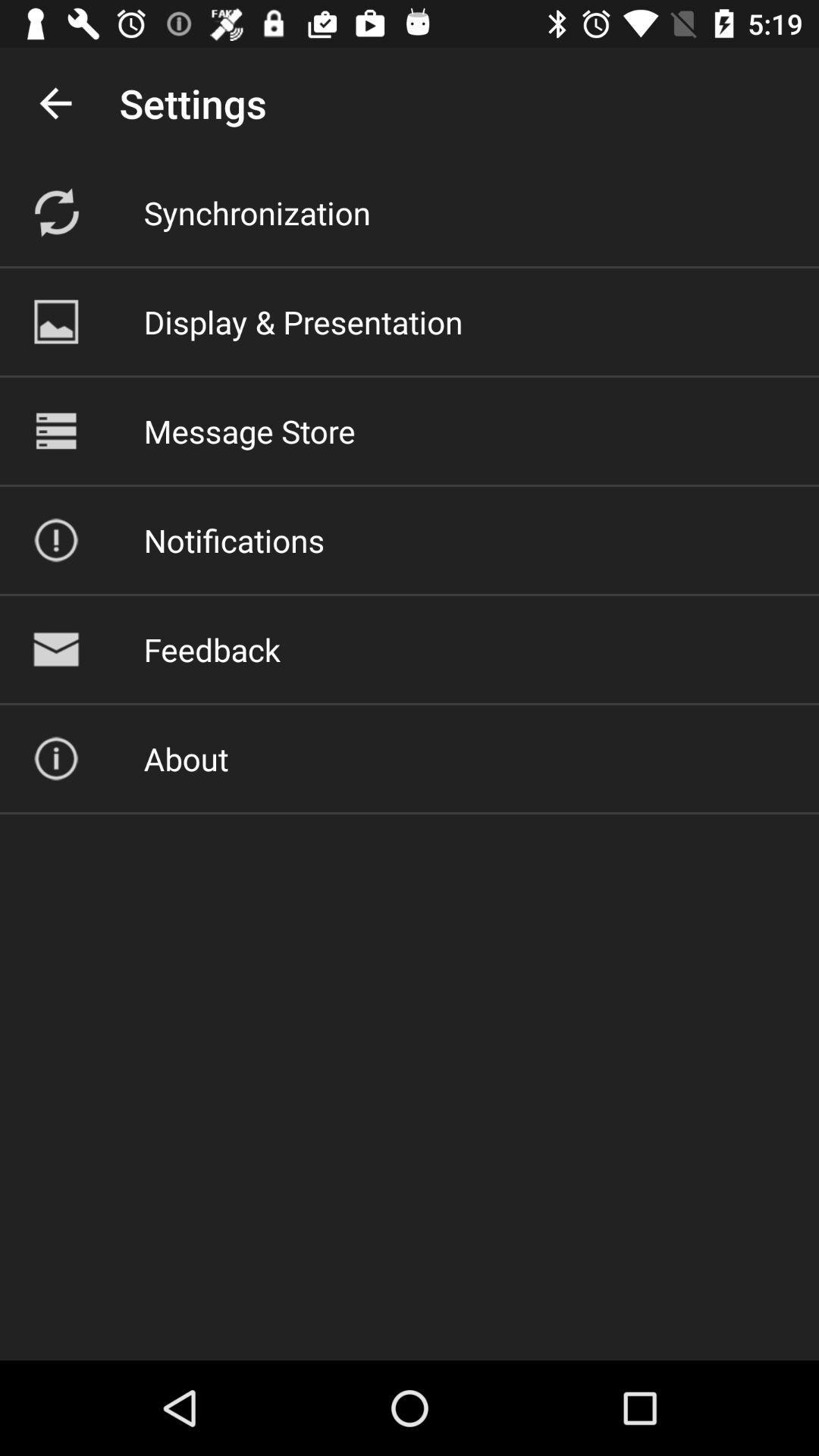 This screenshot has width=819, height=1456. Describe the element at coordinates (185, 758) in the screenshot. I see `the about item` at that location.